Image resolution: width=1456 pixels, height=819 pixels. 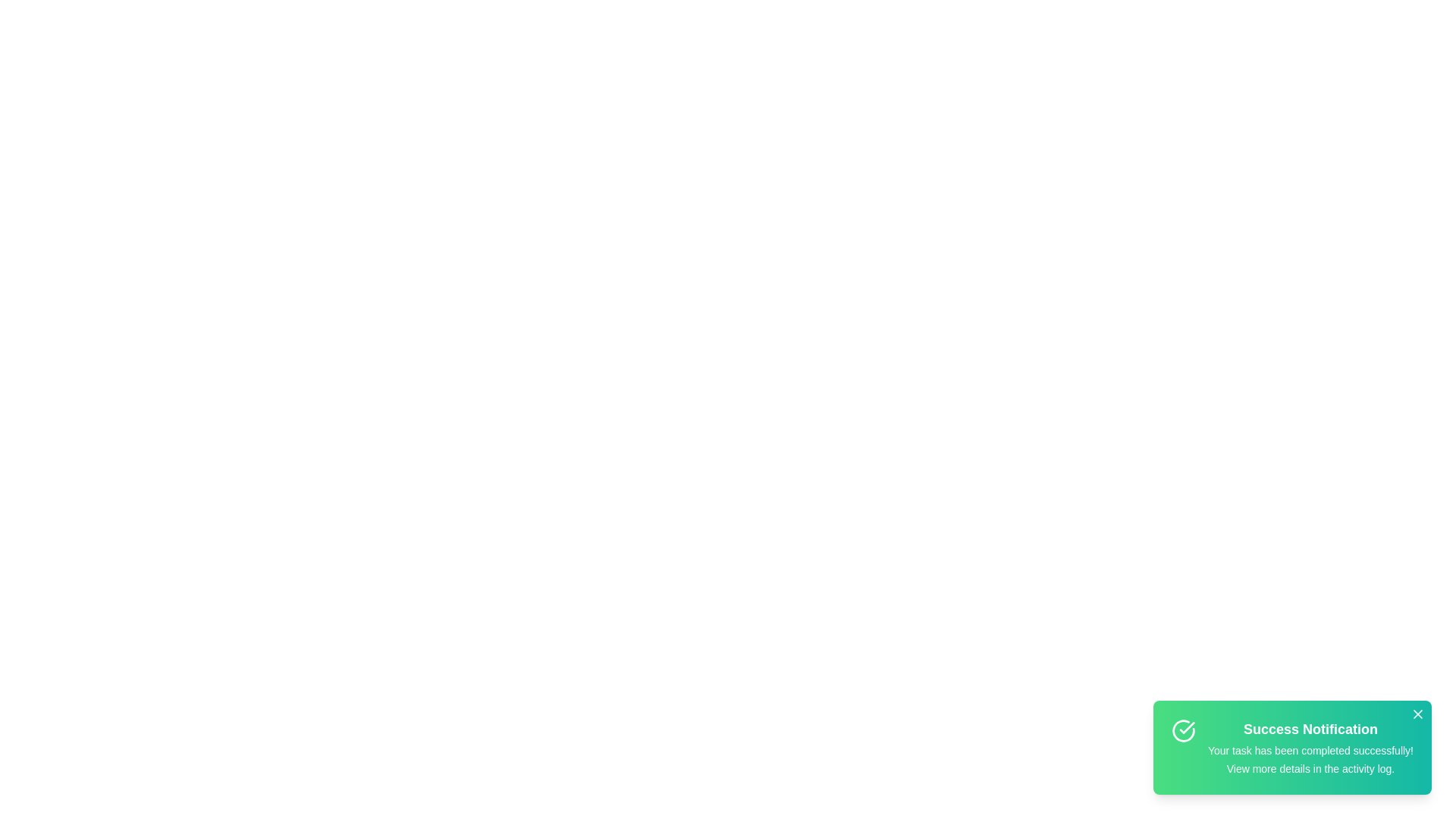 I want to click on the notification icon to interact with it, so click(x=1182, y=730).